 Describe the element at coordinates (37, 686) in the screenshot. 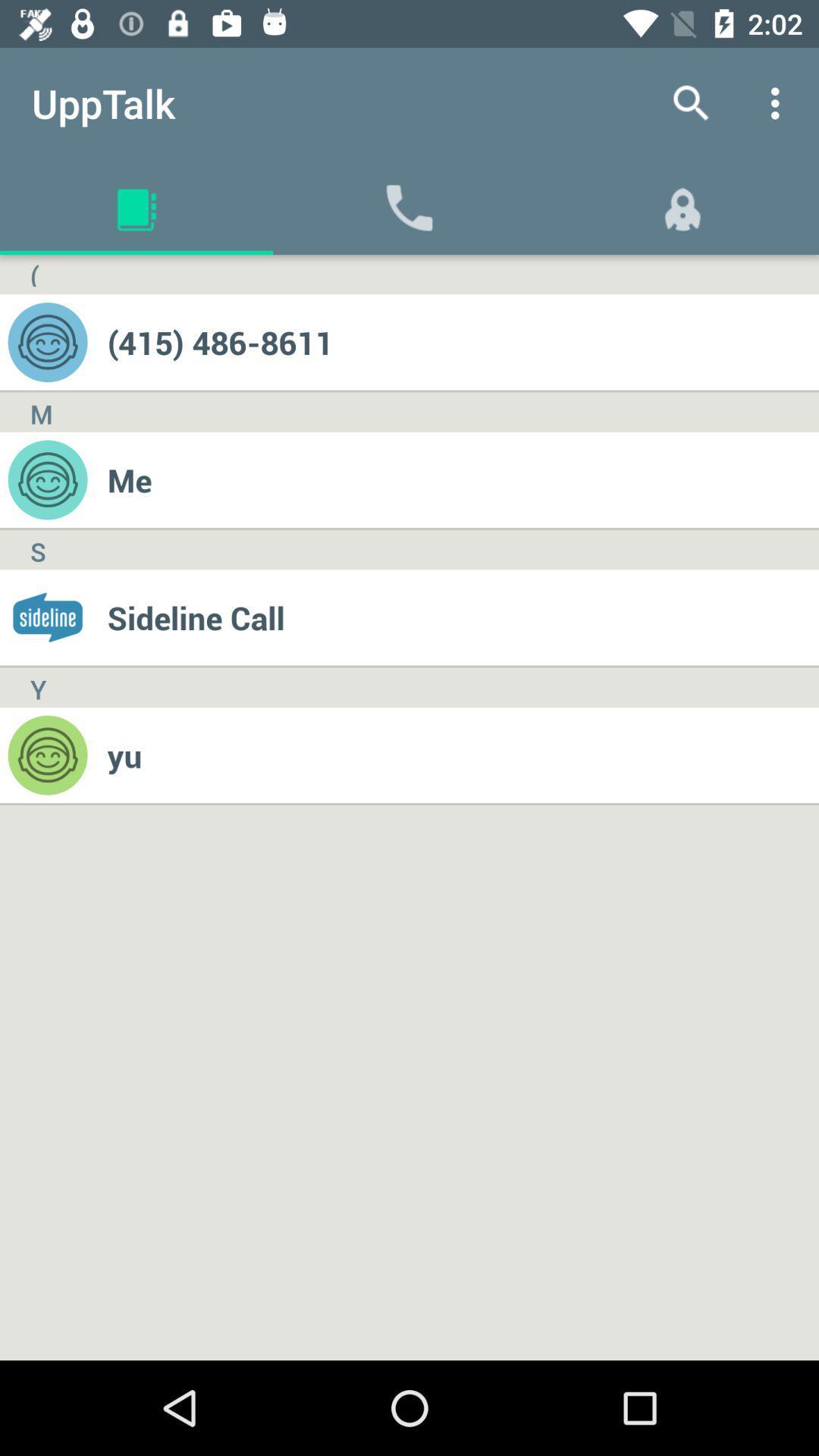

I see `the y` at that location.